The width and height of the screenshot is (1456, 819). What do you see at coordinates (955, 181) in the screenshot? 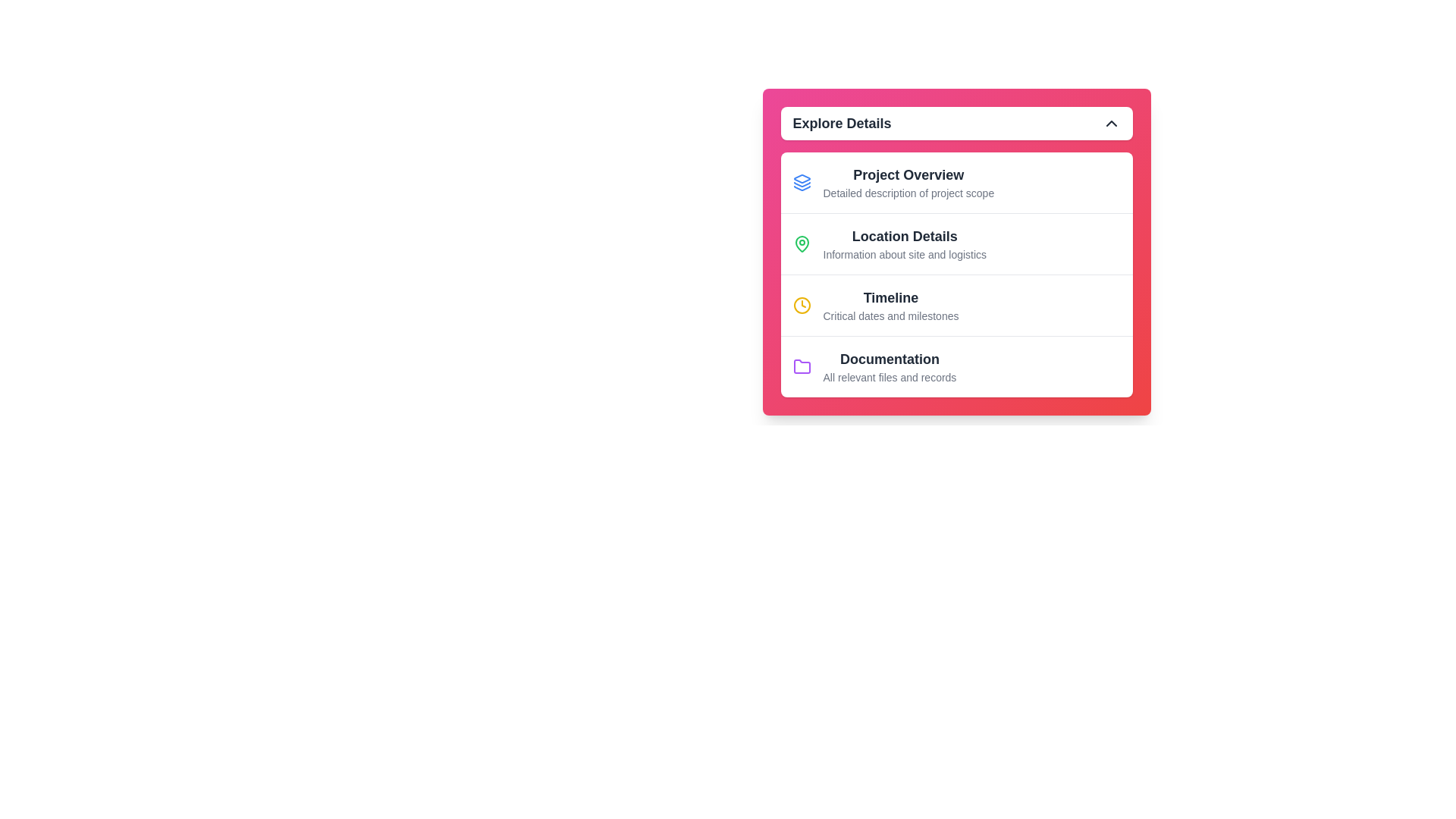
I see `the first item in the 'Explore Details' section` at bounding box center [955, 181].